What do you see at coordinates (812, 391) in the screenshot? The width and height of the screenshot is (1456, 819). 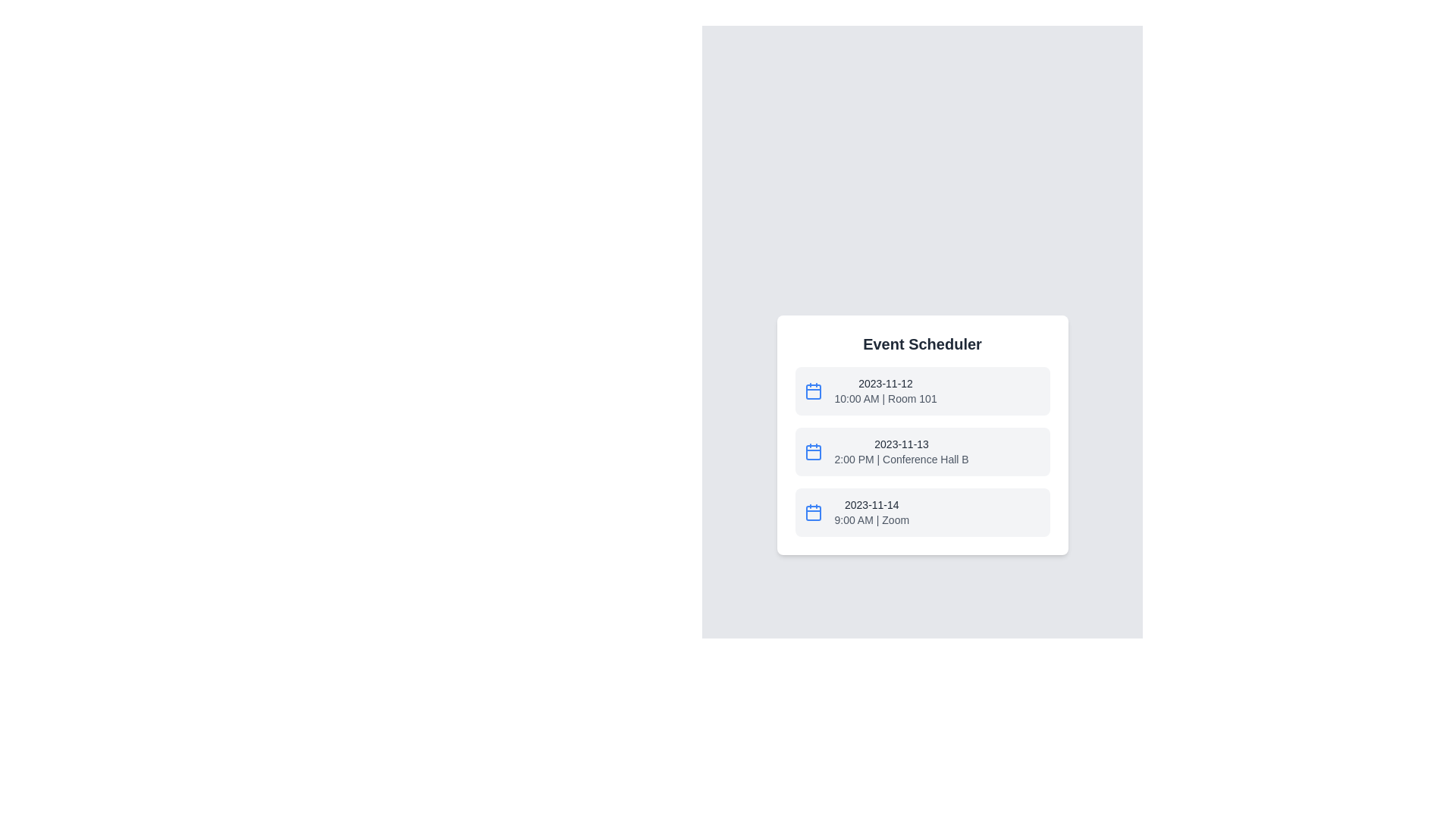 I see `the square-shaped icon with rounded borders located at the left-hand side of the first listing row in a vertical list` at bounding box center [812, 391].